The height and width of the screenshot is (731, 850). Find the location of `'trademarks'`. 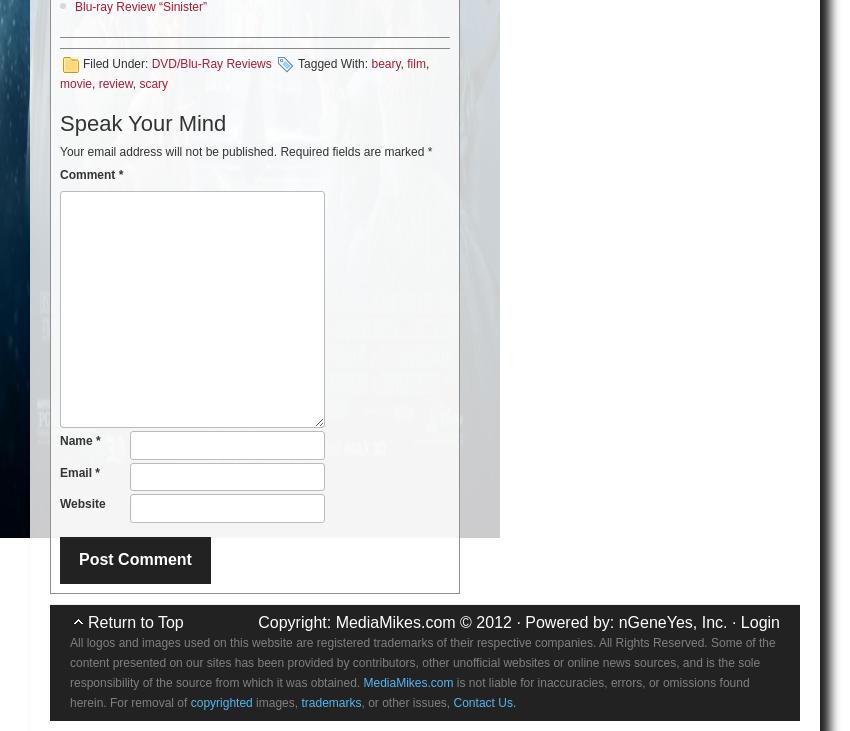

'trademarks' is located at coordinates (300, 701).